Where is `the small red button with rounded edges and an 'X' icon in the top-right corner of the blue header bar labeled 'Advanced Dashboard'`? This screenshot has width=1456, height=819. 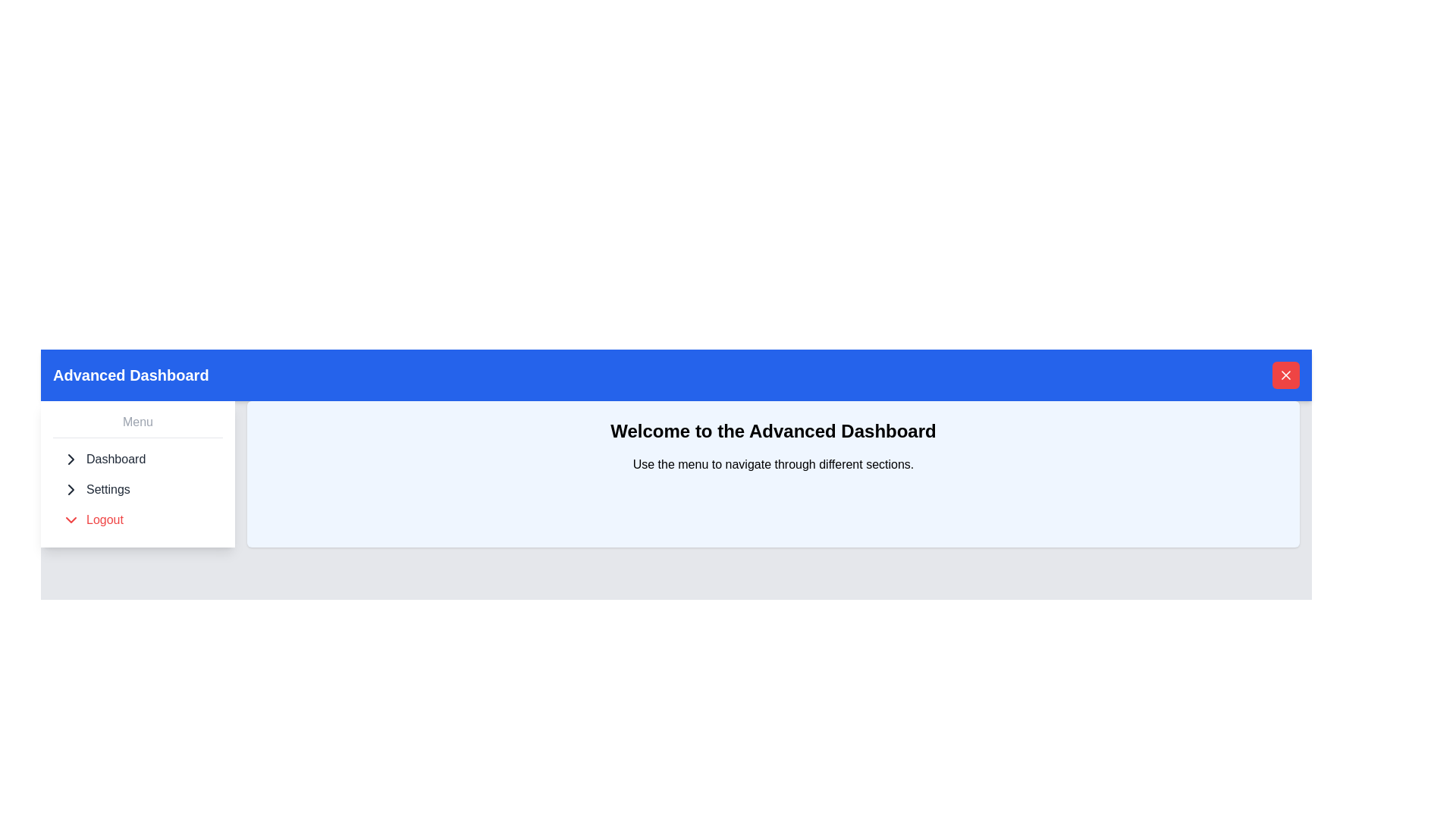
the small red button with rounded edges and an 'X' icon in the top-right corner of the blue header bar labeled 'Advanced Dashboard' is located at coordinates (1285, 375).